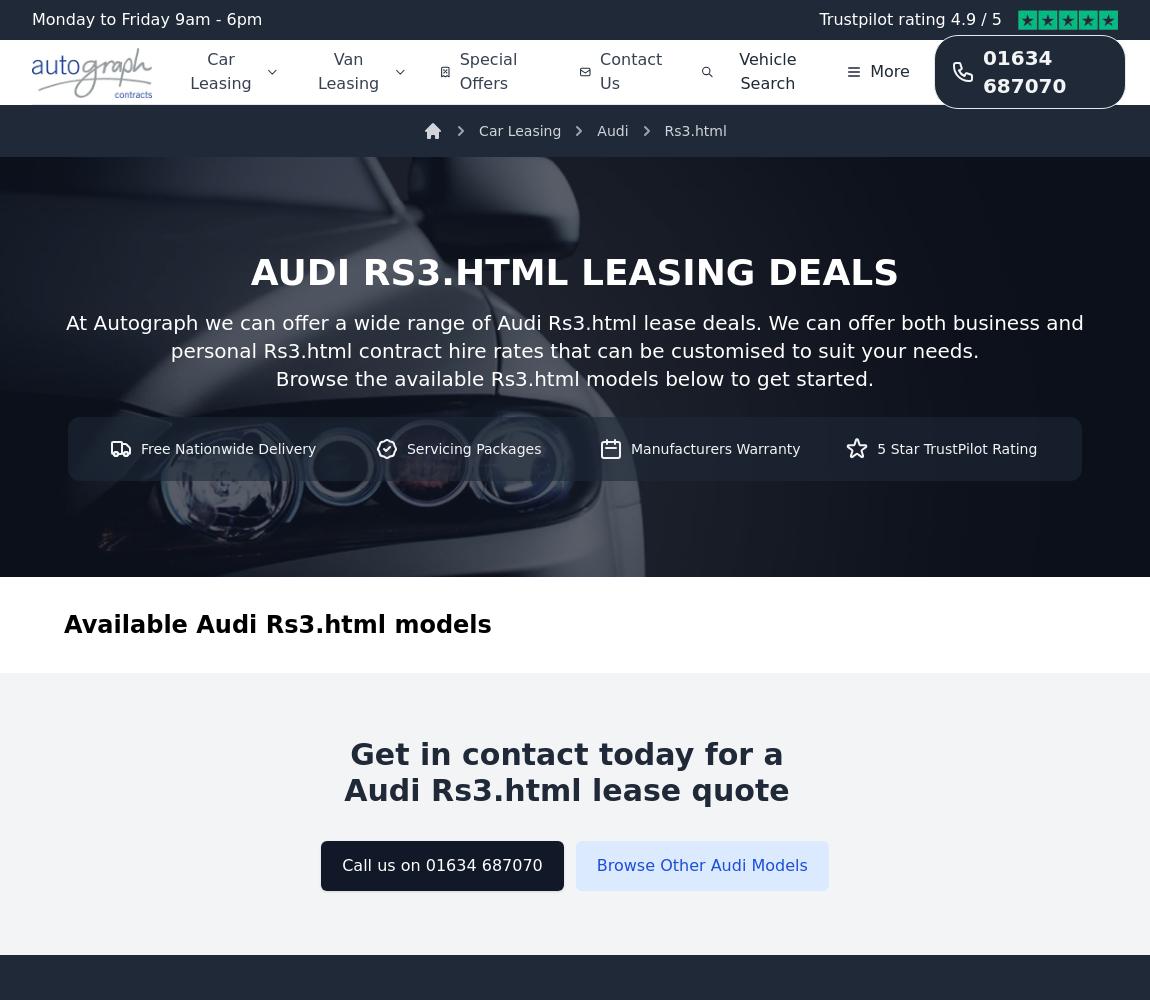  I want to click on 'rs3.html', so click(362, 272).